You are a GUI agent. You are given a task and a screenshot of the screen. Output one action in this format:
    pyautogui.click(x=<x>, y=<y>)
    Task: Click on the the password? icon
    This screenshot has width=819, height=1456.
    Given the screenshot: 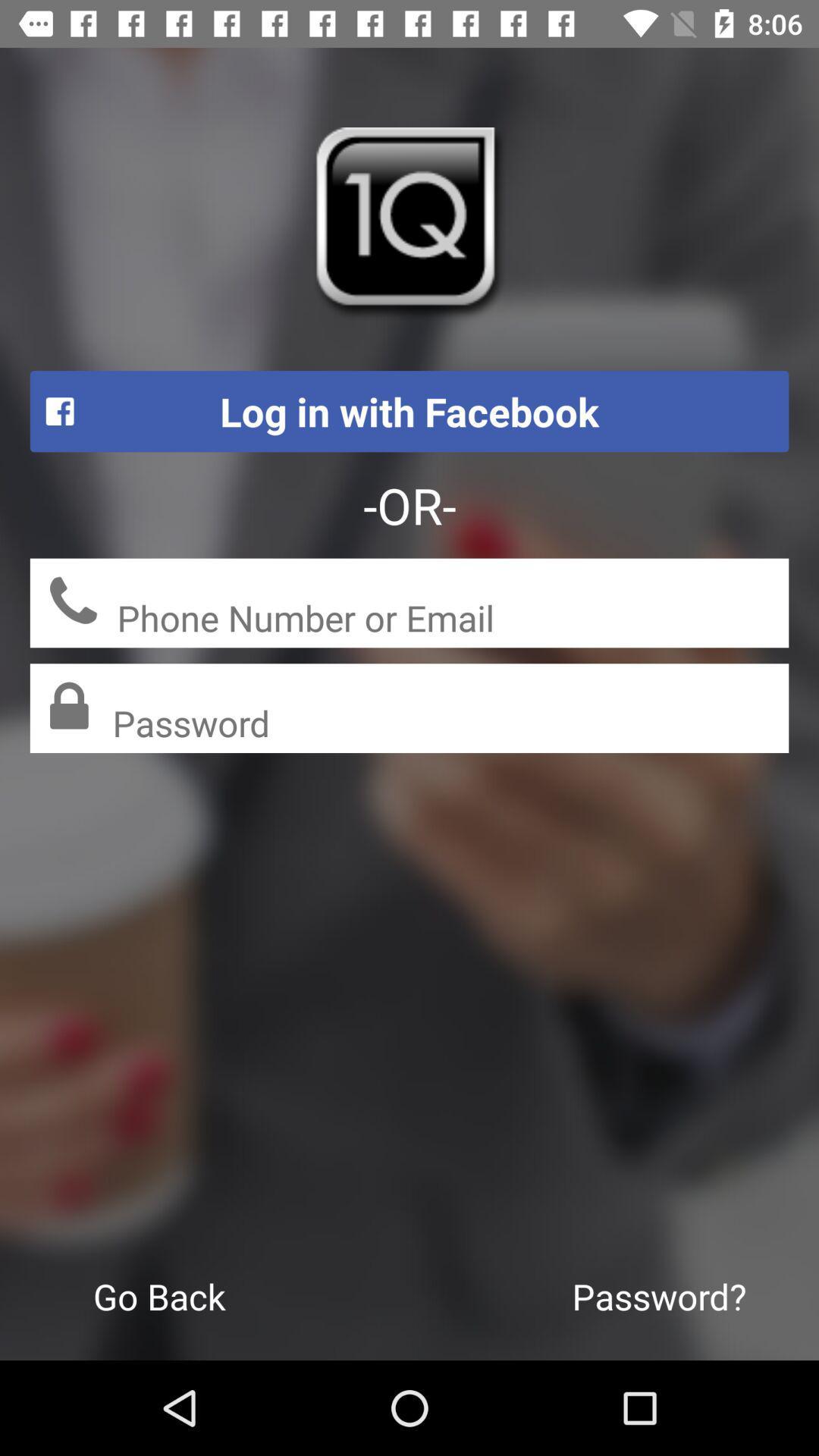 What is the action you would take?
    pyautogui.click(x=658, y=1295)
    